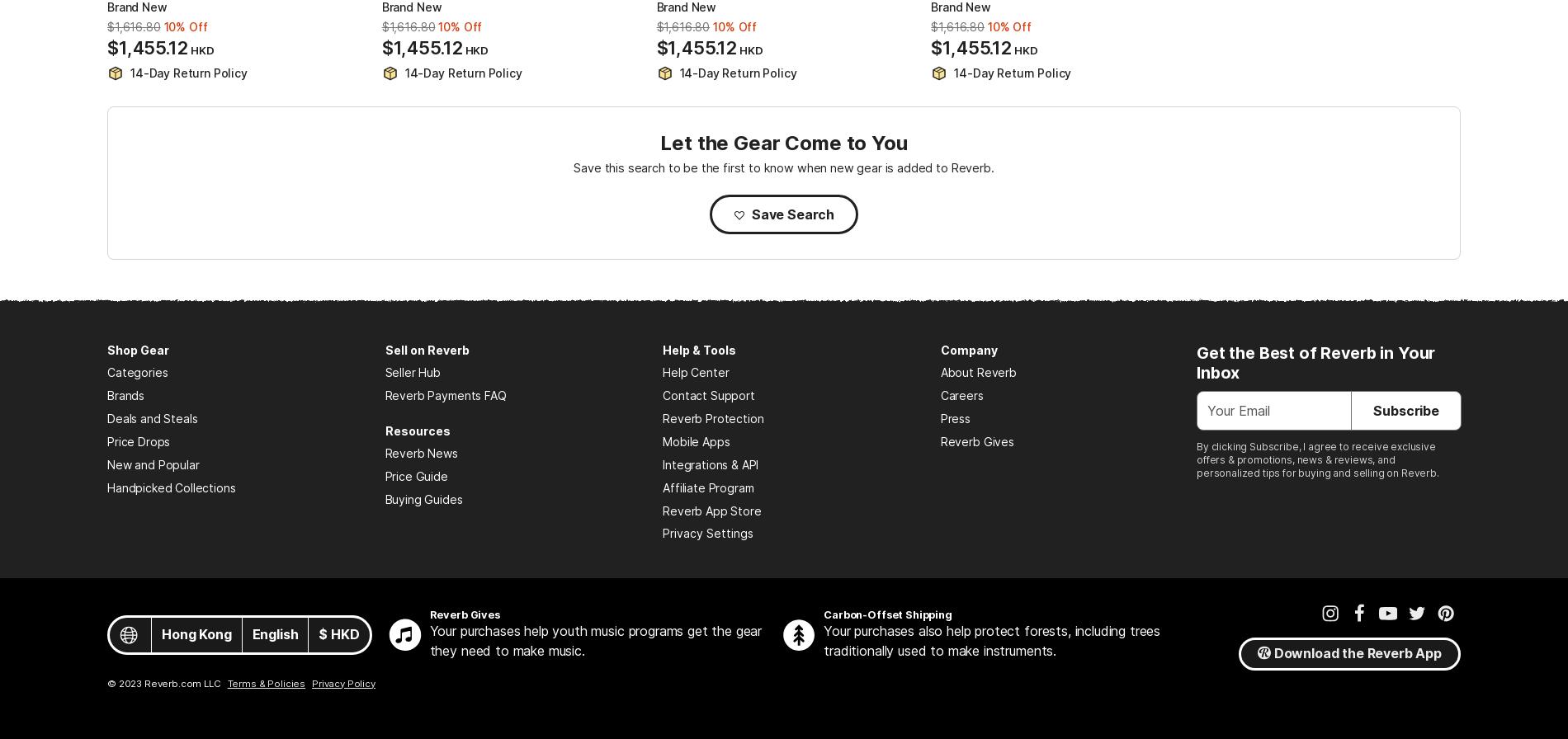 The width and height of the screenshot is (1568, 739). I want to click on 'Subscribe', so click(1372, 410).